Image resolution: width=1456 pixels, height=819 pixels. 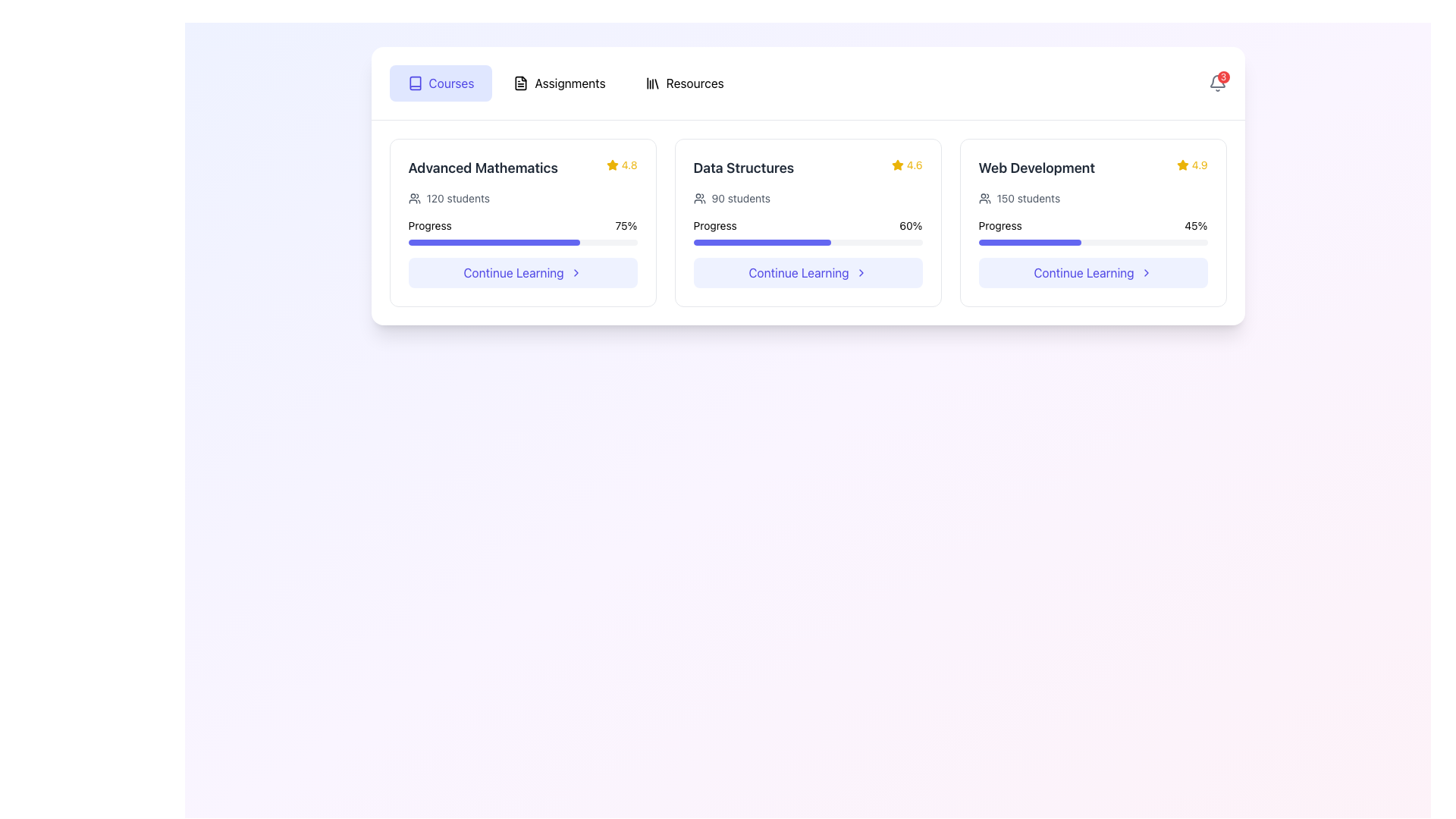 I want to click on the 'Courses' text within the navigation button, which is bold and prominently styled, located at the top left of the interface, so click(x=450, y=83).